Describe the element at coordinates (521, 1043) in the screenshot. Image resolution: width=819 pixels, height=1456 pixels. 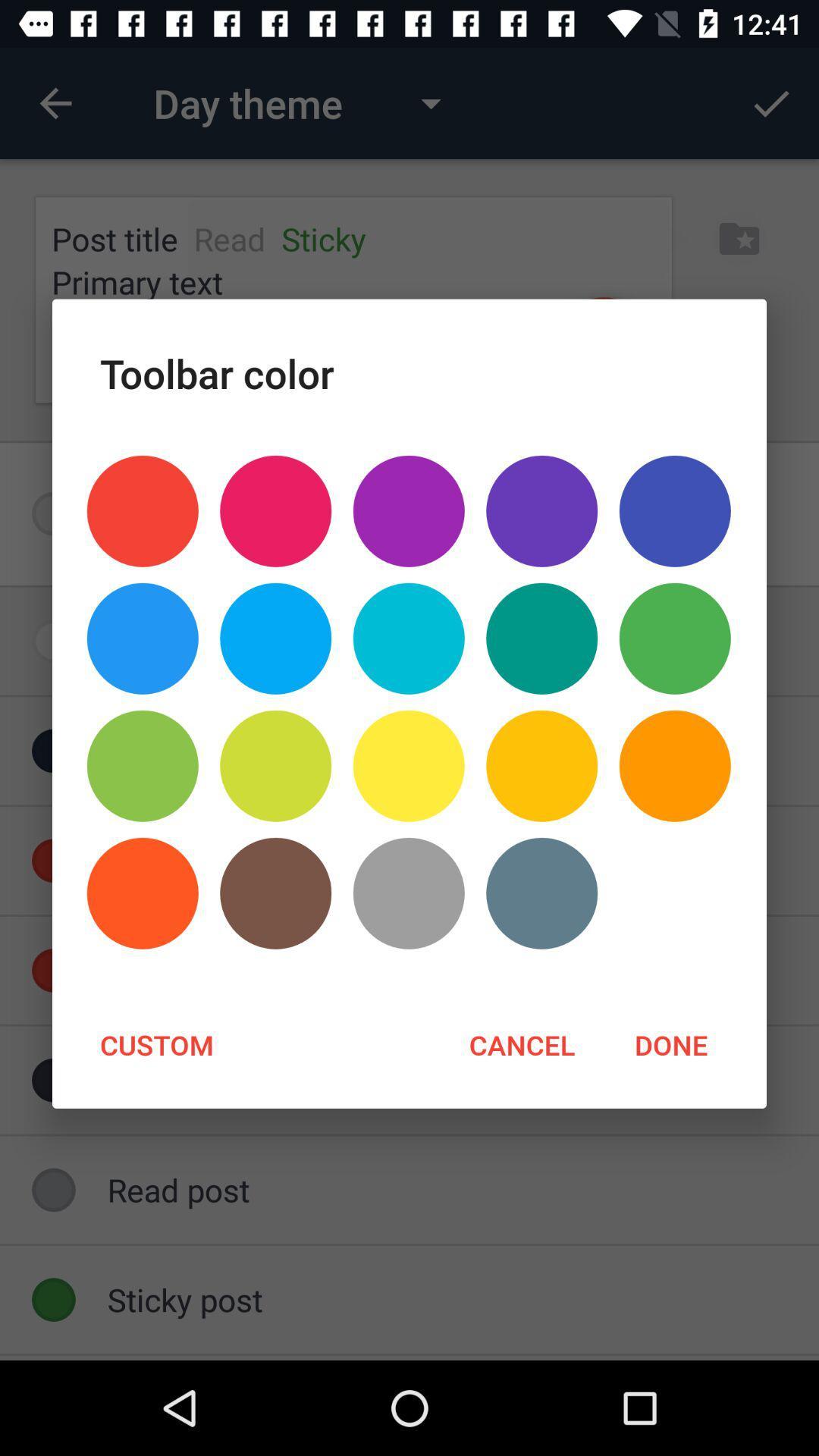
I see `the item next to custom item` at that location.